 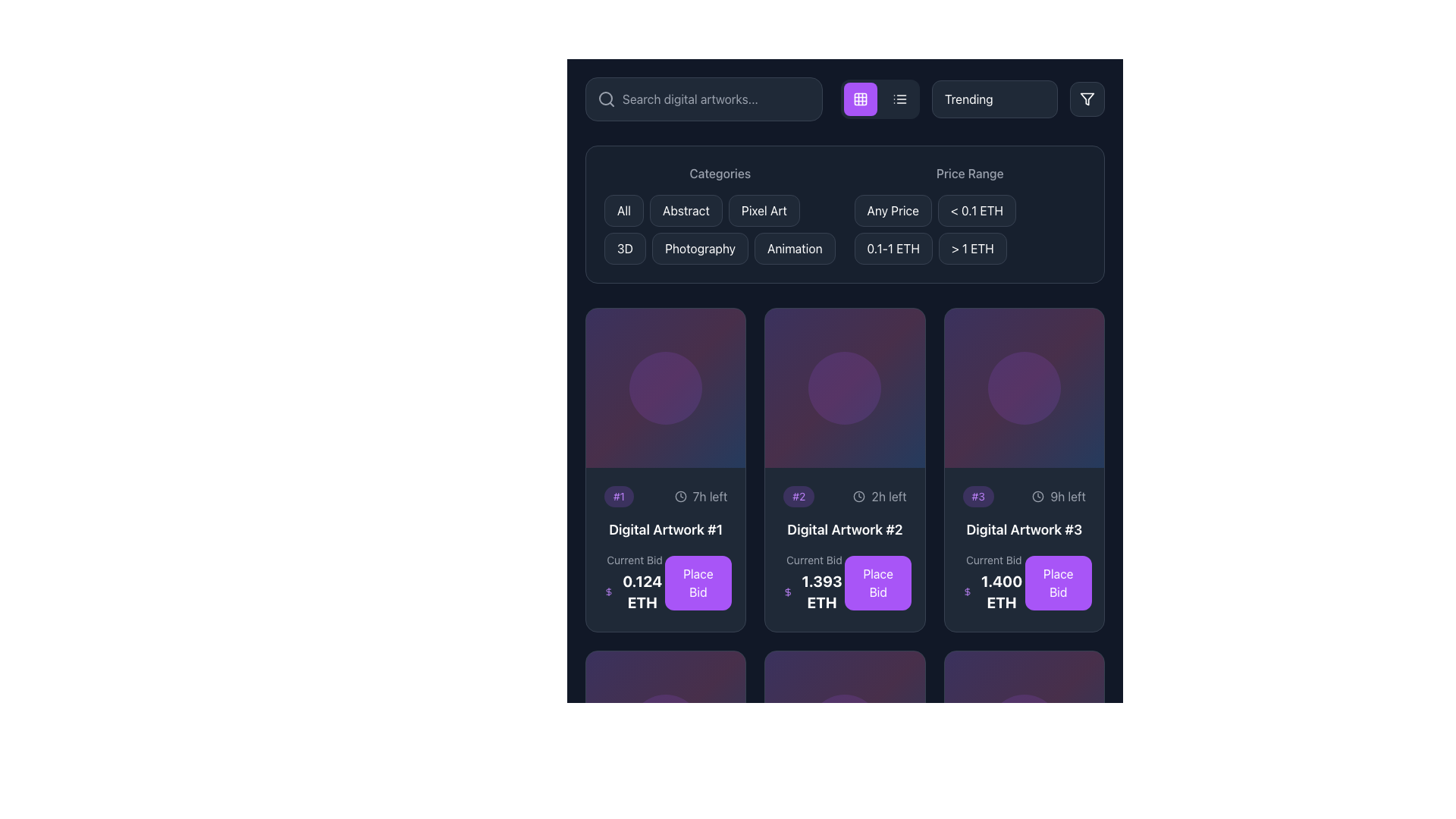 What do you see at coordinates (700, 497) in the screenshot?
I see `remaining time displayed in the timer text indicating '7 hours left' located to the right of the label '#1' on the card for 'Digital Artwork #1.'` at bounding box center [700, 497].